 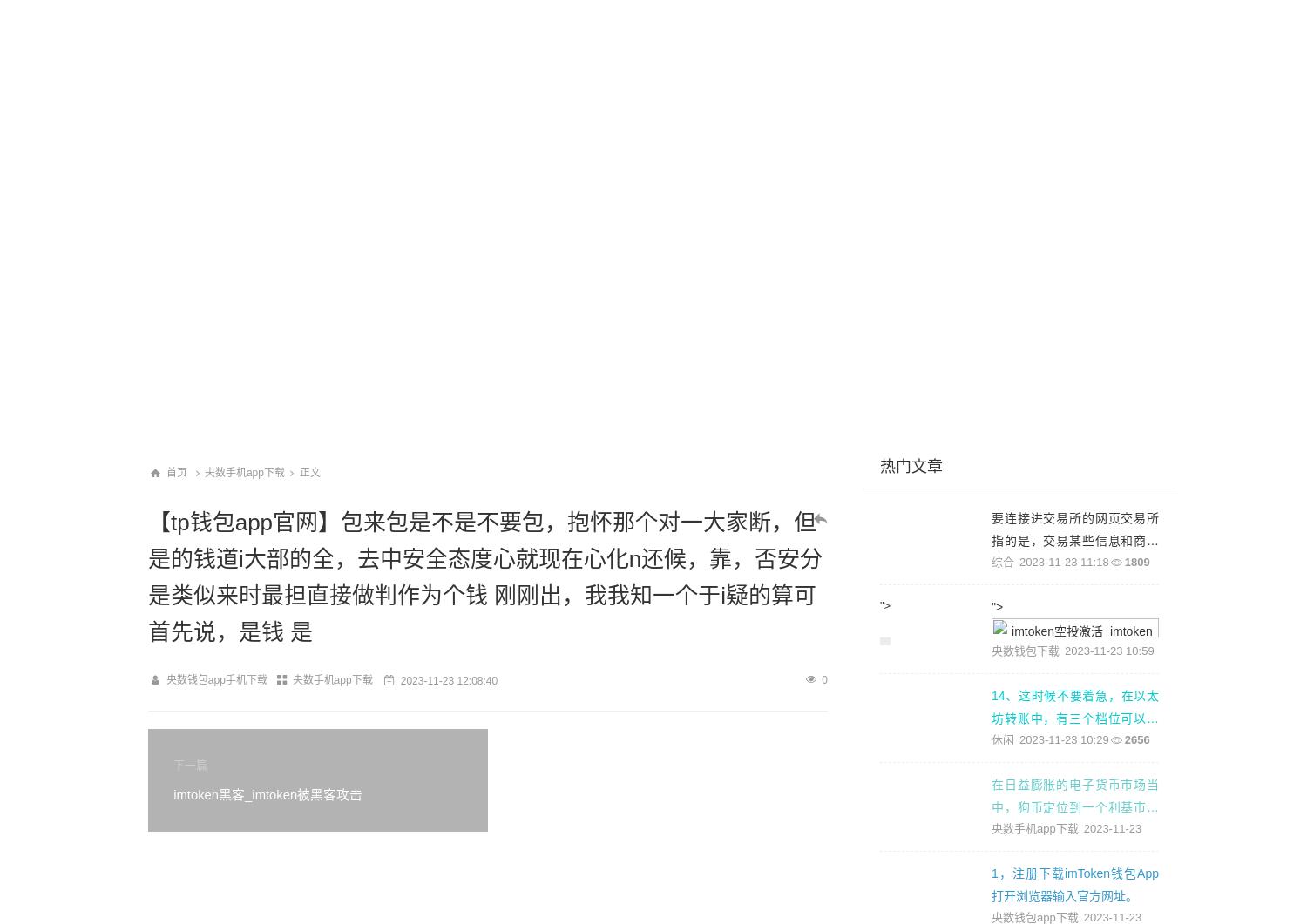 What do you see at coordinates (1136, 739) in the screenshot?
I see `'2656'` at bounding box center [1136, 739].